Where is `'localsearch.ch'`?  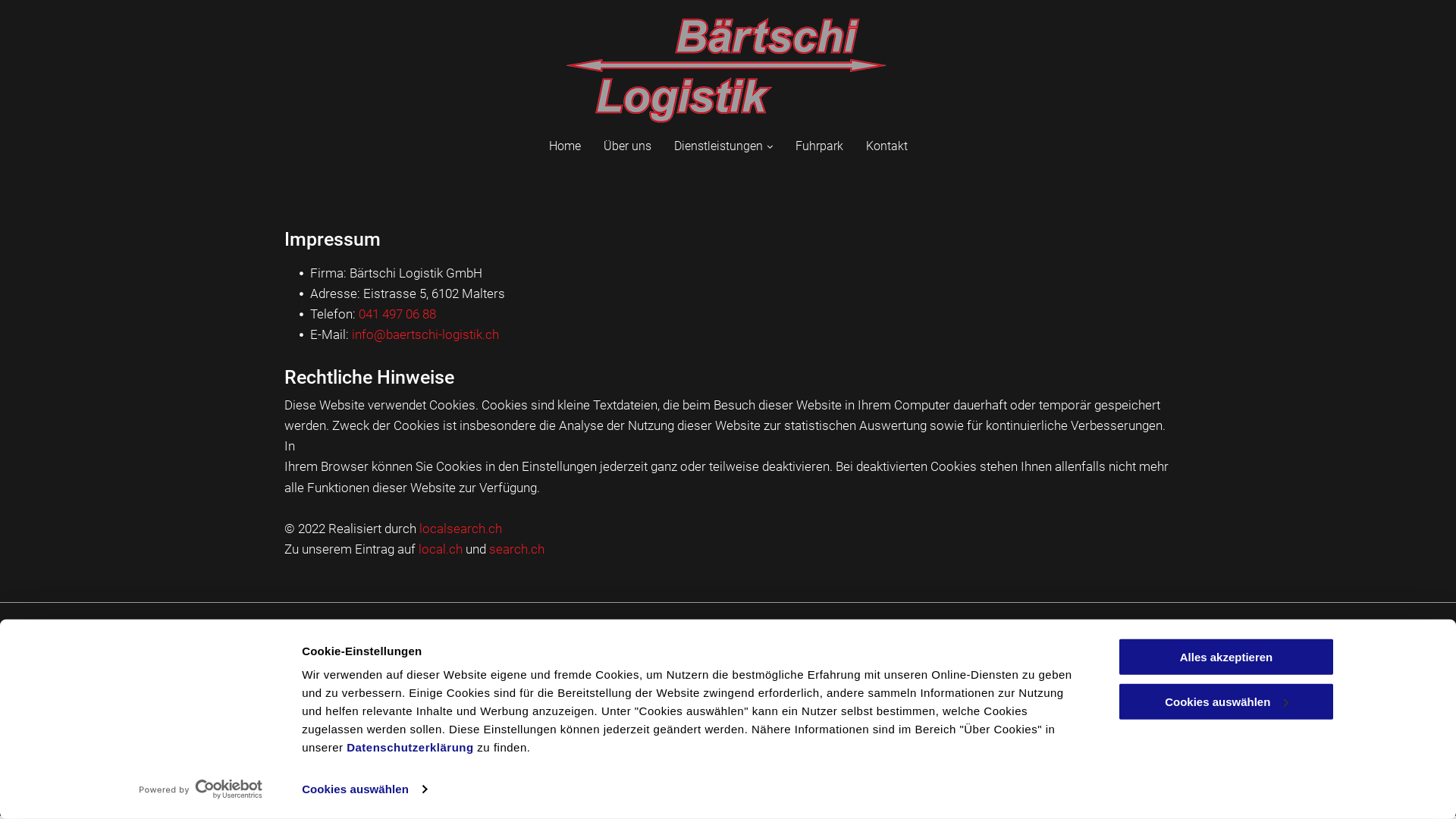
'localsearch.ch' is located at coordinates (460, 528).